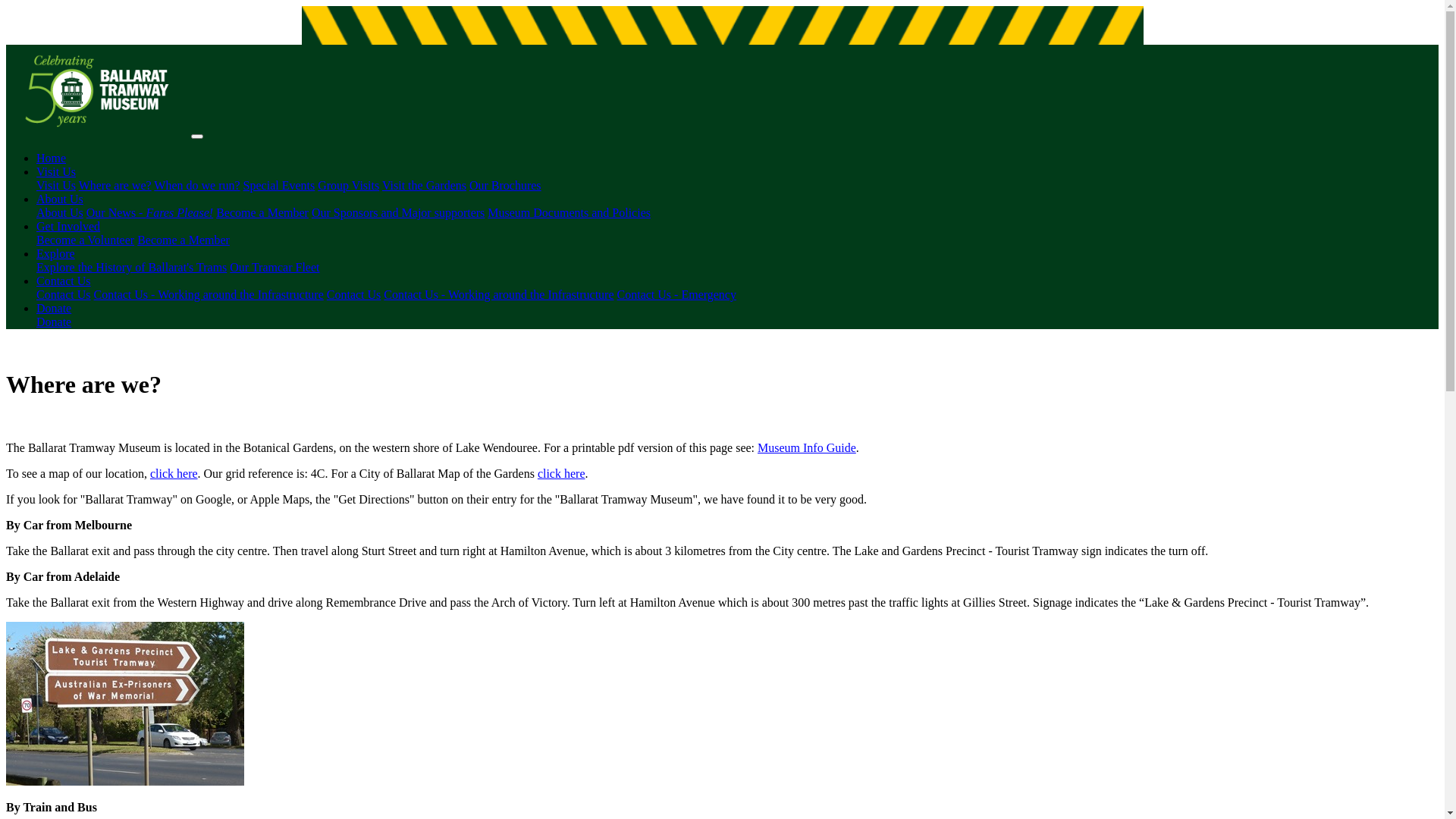  What do you see at coordinates (505, 184) in the screenshot?
I see `'Our Brochures'` at bounding box center [505, 184].